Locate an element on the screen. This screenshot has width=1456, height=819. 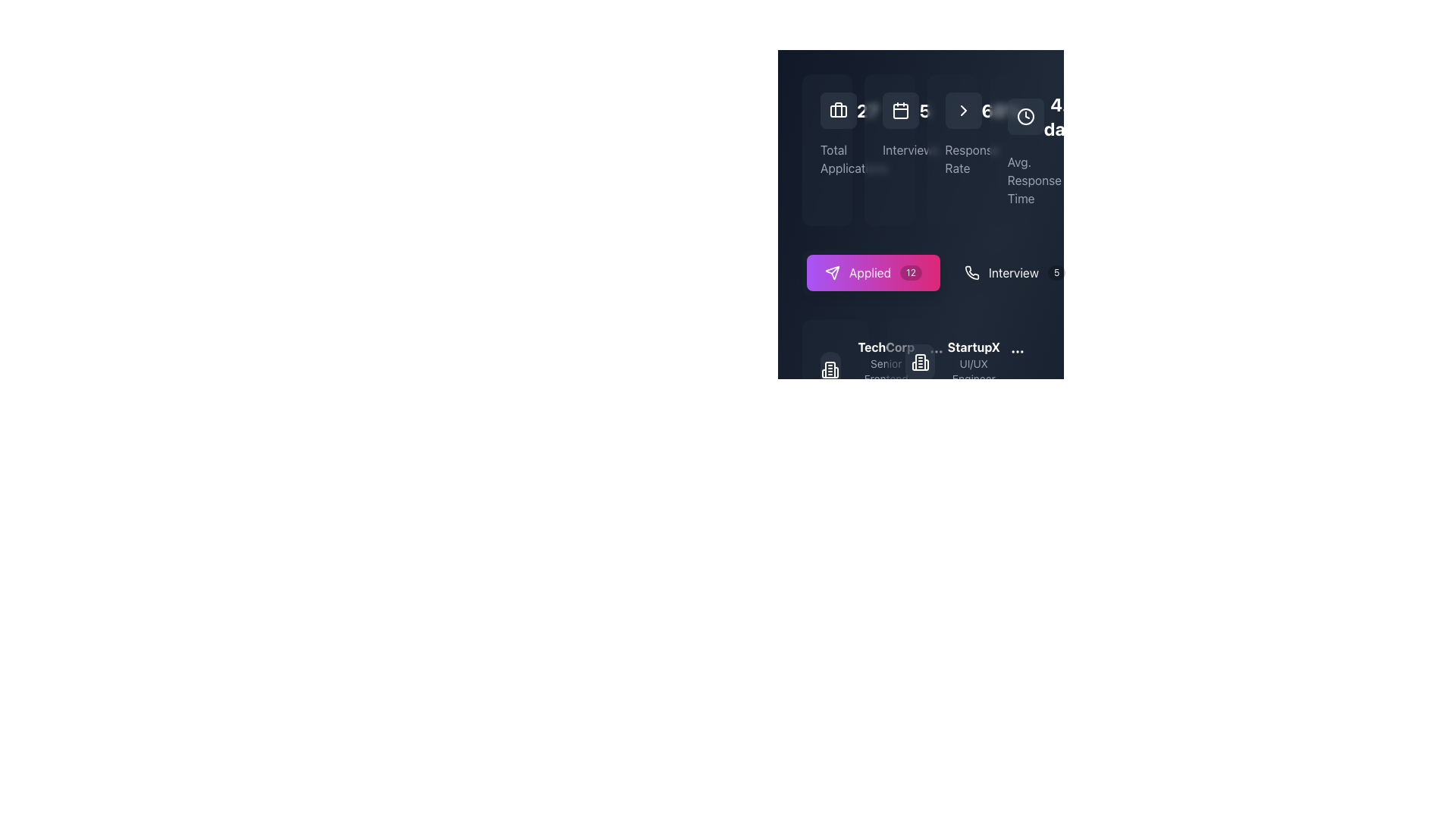
the Text label that lists the job title associated with 'TechCorp', positioned below the bold-text header is located at coordinates (886, 378).